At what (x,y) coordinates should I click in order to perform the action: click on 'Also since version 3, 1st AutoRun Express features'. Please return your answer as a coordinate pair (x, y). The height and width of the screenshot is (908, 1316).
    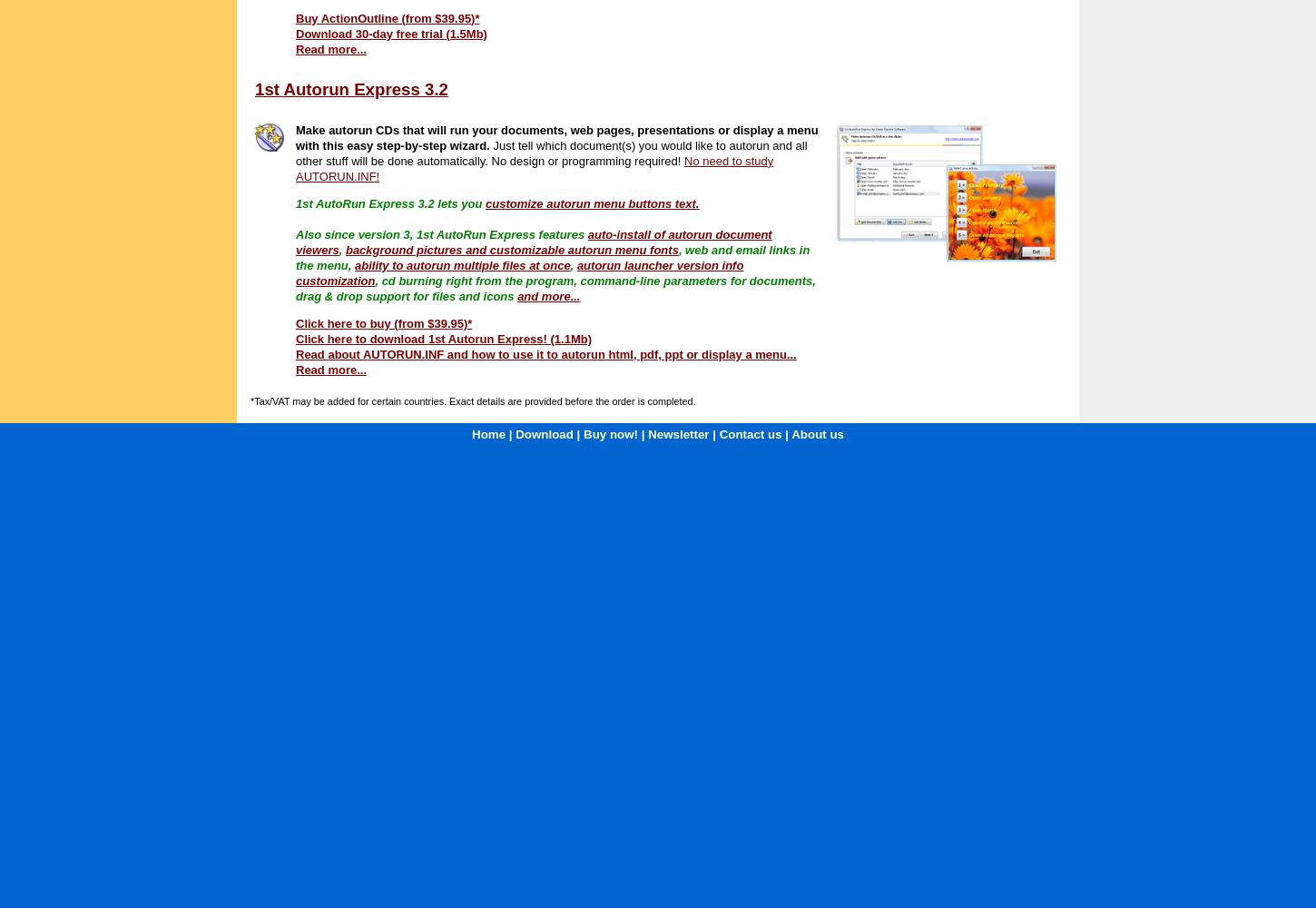
    Looking at the image, I should click on (441, 233).